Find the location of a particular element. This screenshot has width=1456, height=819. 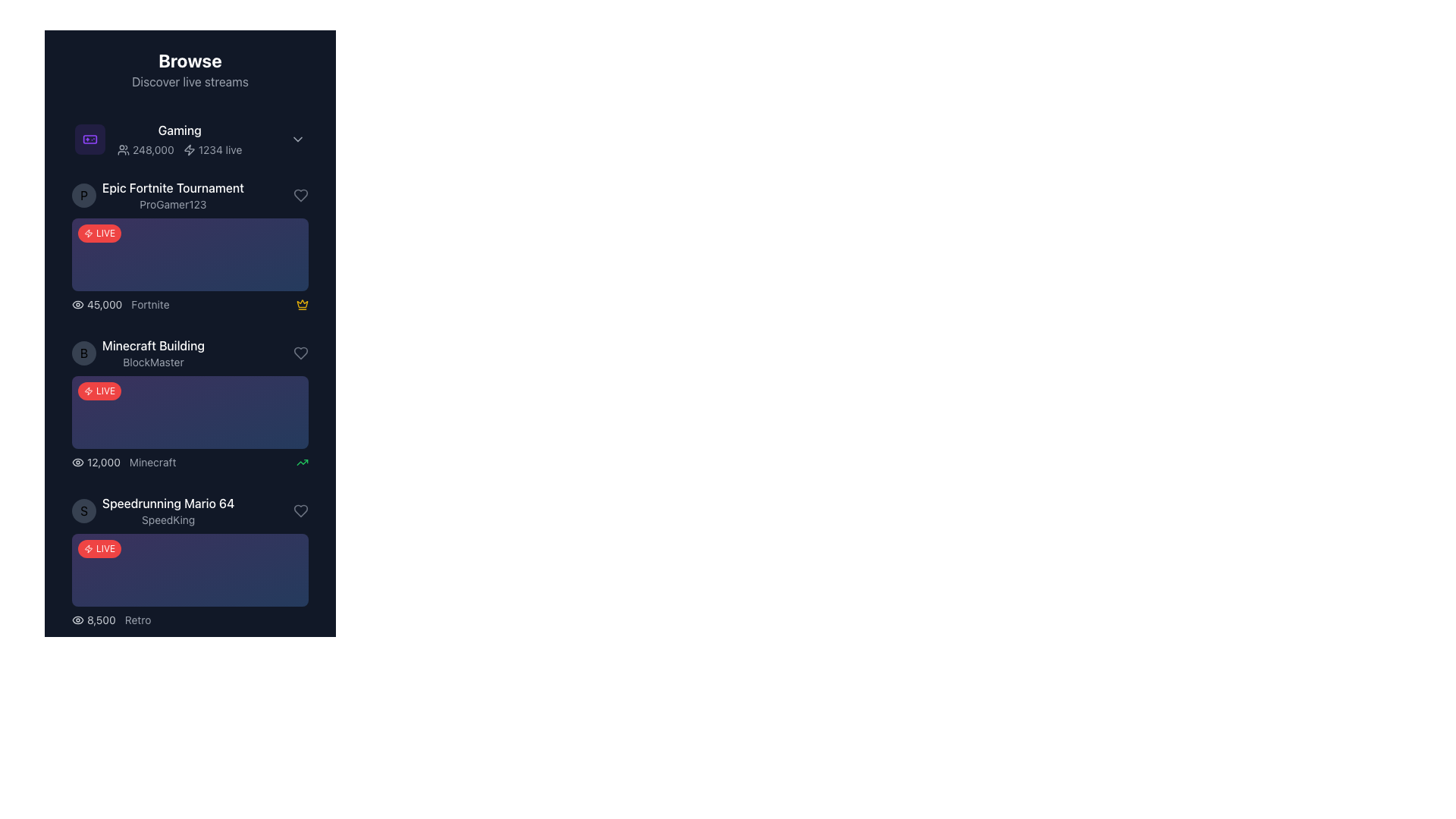

the Highlight block labeled 'Epic Fortnite Tournament' is located at coordinates (189, 253).